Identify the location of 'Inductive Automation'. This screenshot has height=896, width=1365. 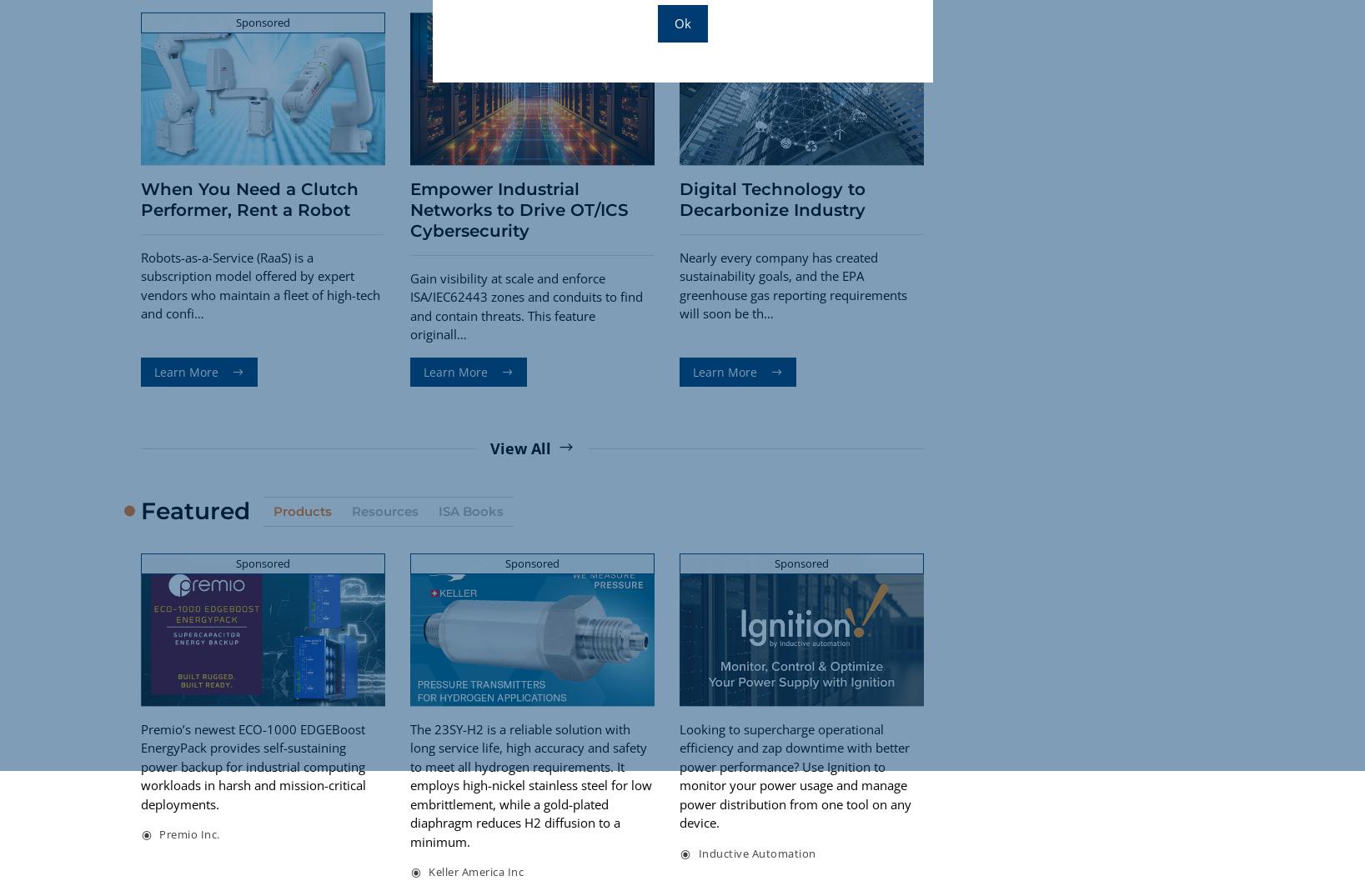
(755, 851).